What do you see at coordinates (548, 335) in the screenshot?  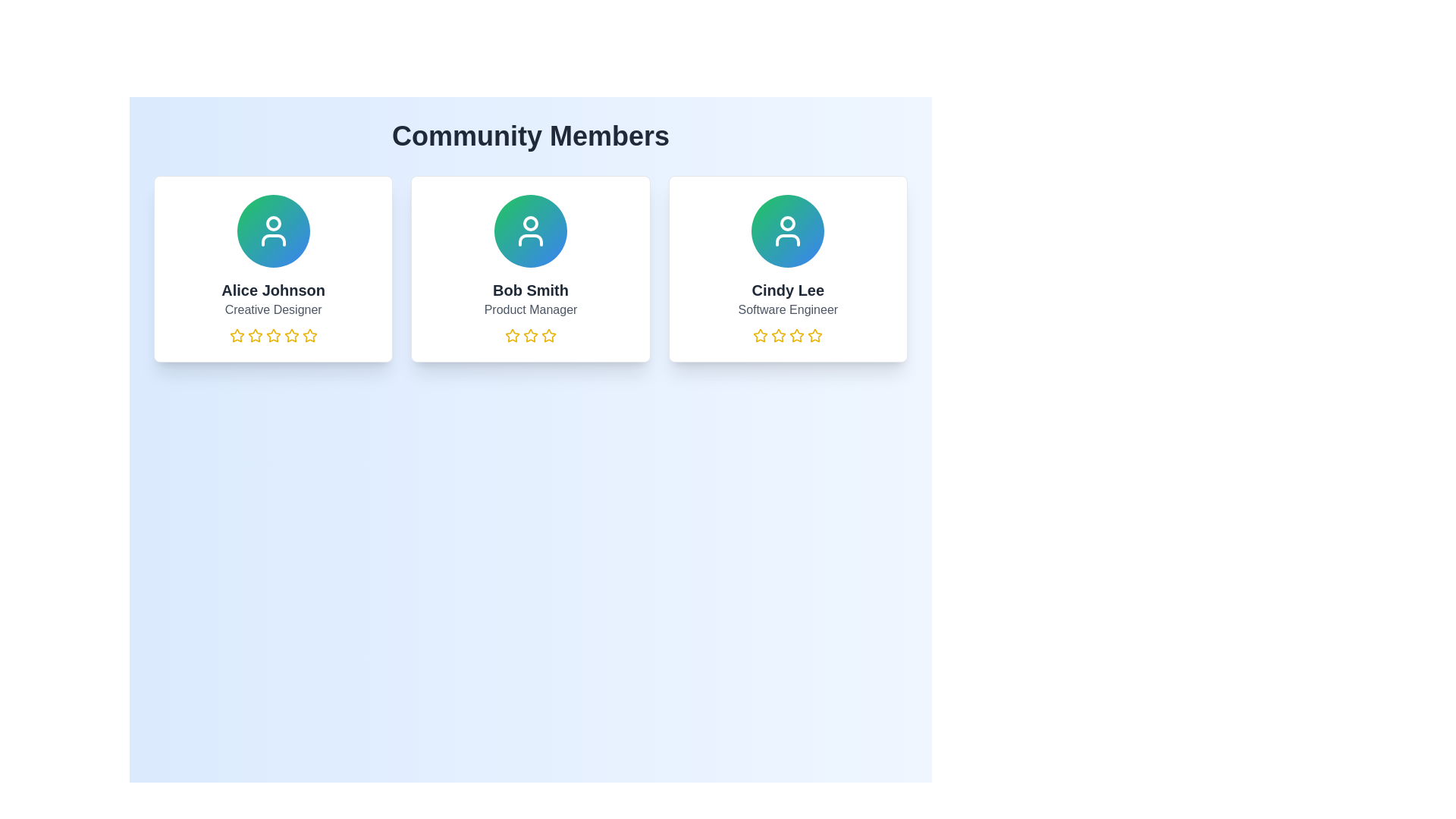 I see `the yellow star-shaped icon used for ratings` at bounding box center [548, 335].